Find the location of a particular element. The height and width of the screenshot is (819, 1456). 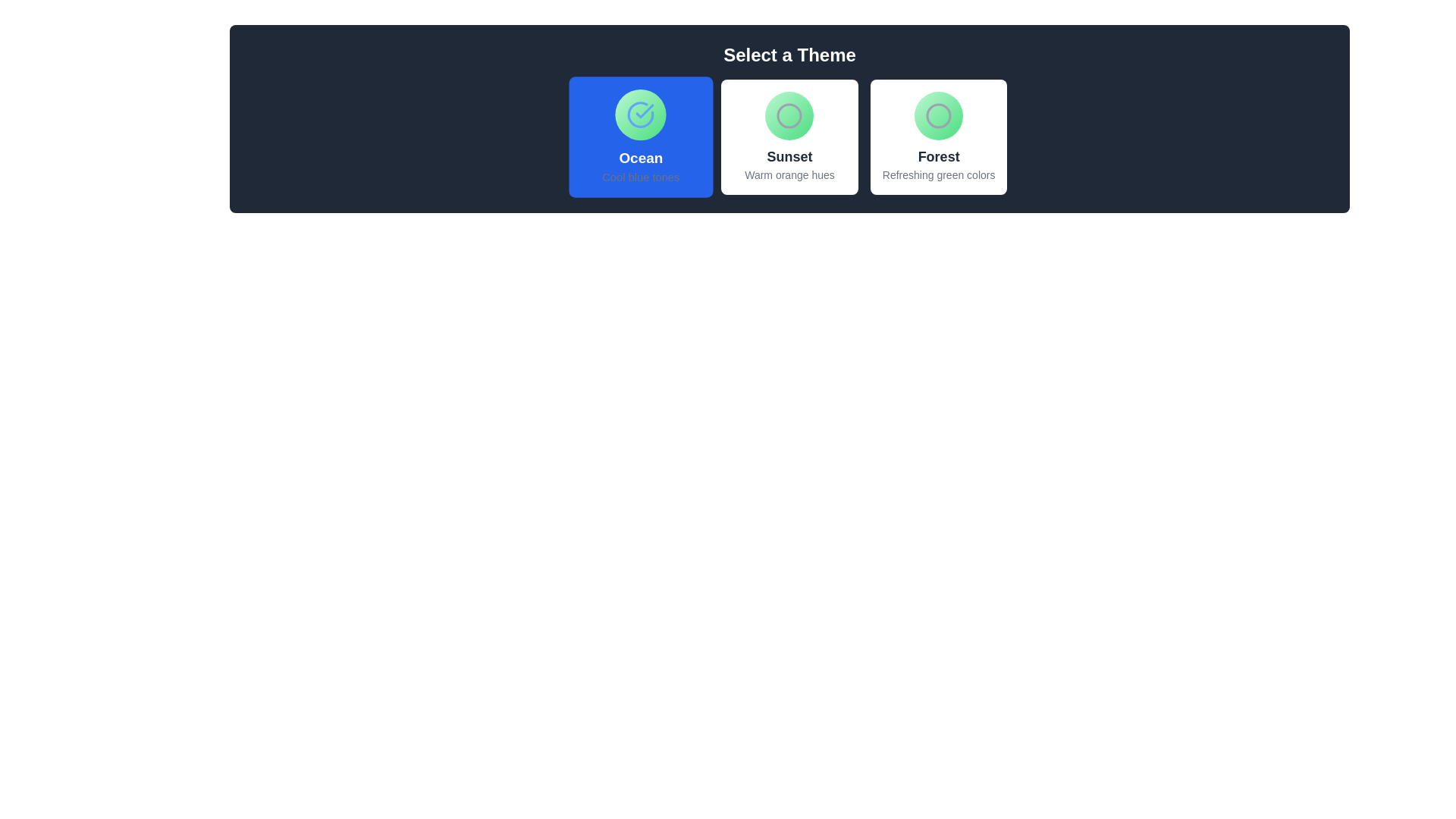

the Decorative and Interactive Icon representing the 'Sunset' theme, located in the second column of the selection grid above the text 'Sunset' and 'Warm orange hues' is located at coordinates (789, 115).